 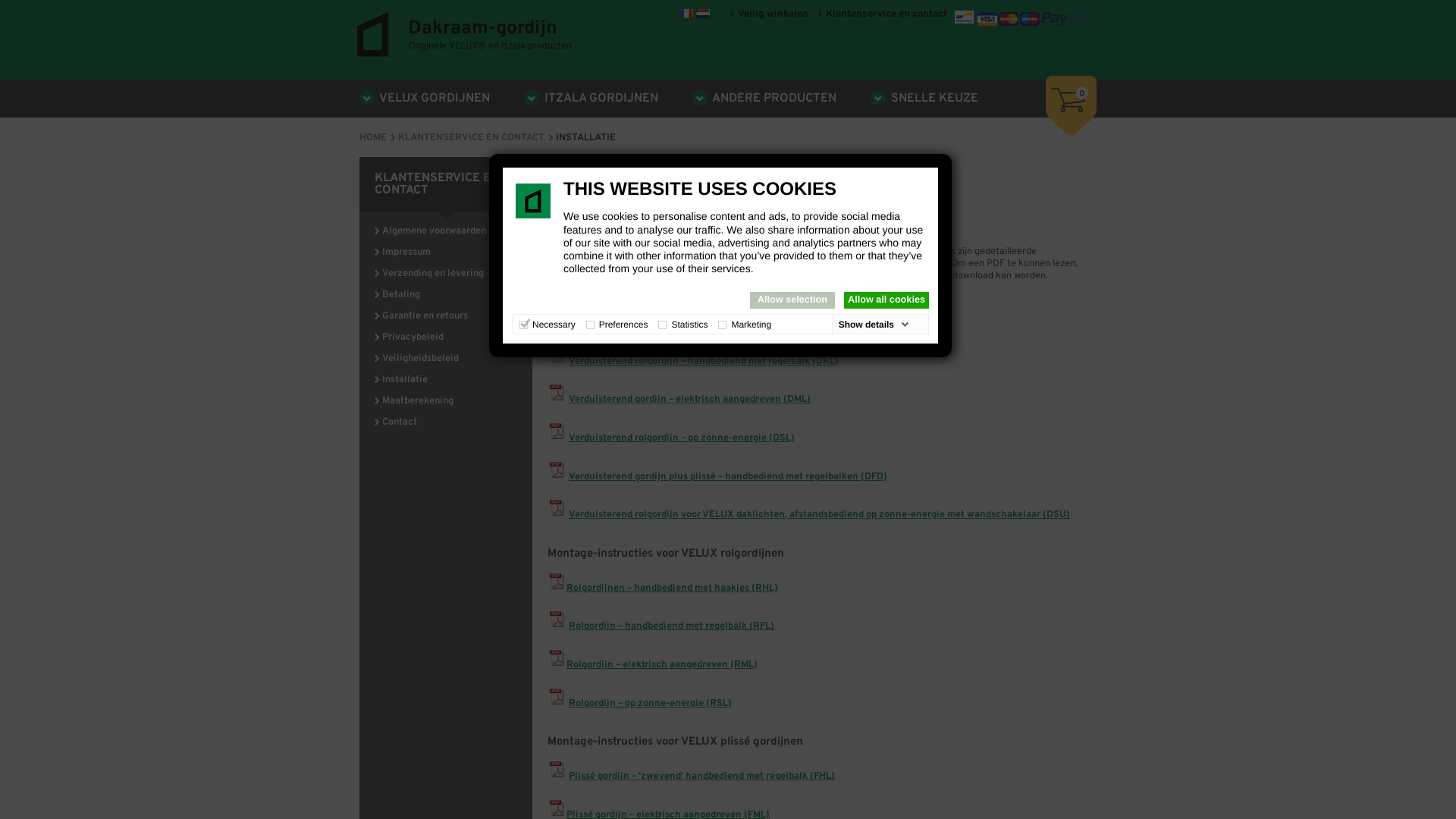 What do you see at coordinates (425, 315) in the screenshot?
I see `'Garantie en retours'` at bounding box center [425, 315].